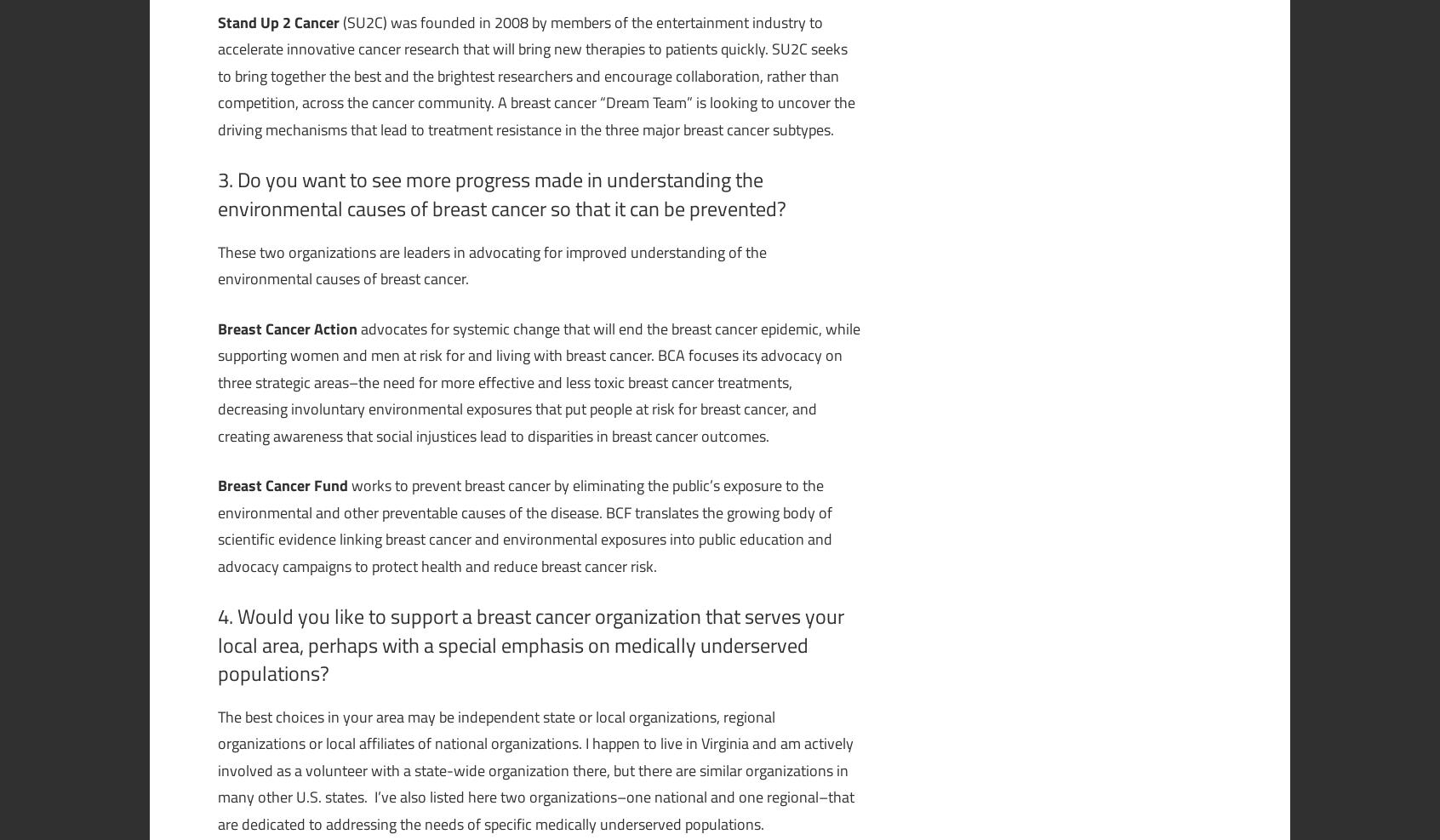 The height and width of the screenshot is (840, 1440). Describe the element at coordinates (217, 20) in the screenshot. I see `'Stand Up 2 Cancer'` at that location.